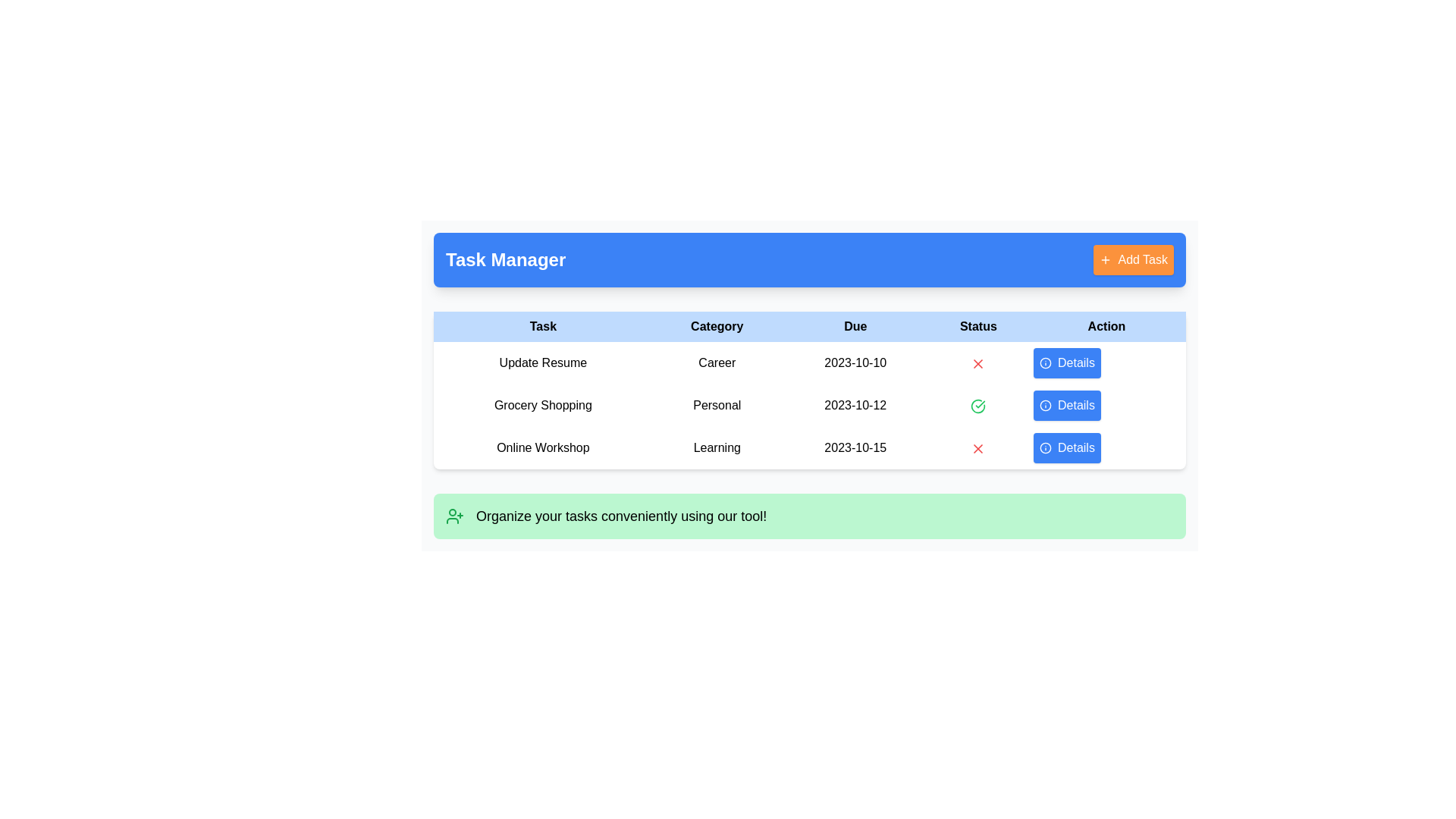  Describe the element at coordinates (978, 405) in the screenshot. I see `design of the completion icon in the 'Status' column of the second row, associated with the task labeled 'Grocery Shopping'` at that location.